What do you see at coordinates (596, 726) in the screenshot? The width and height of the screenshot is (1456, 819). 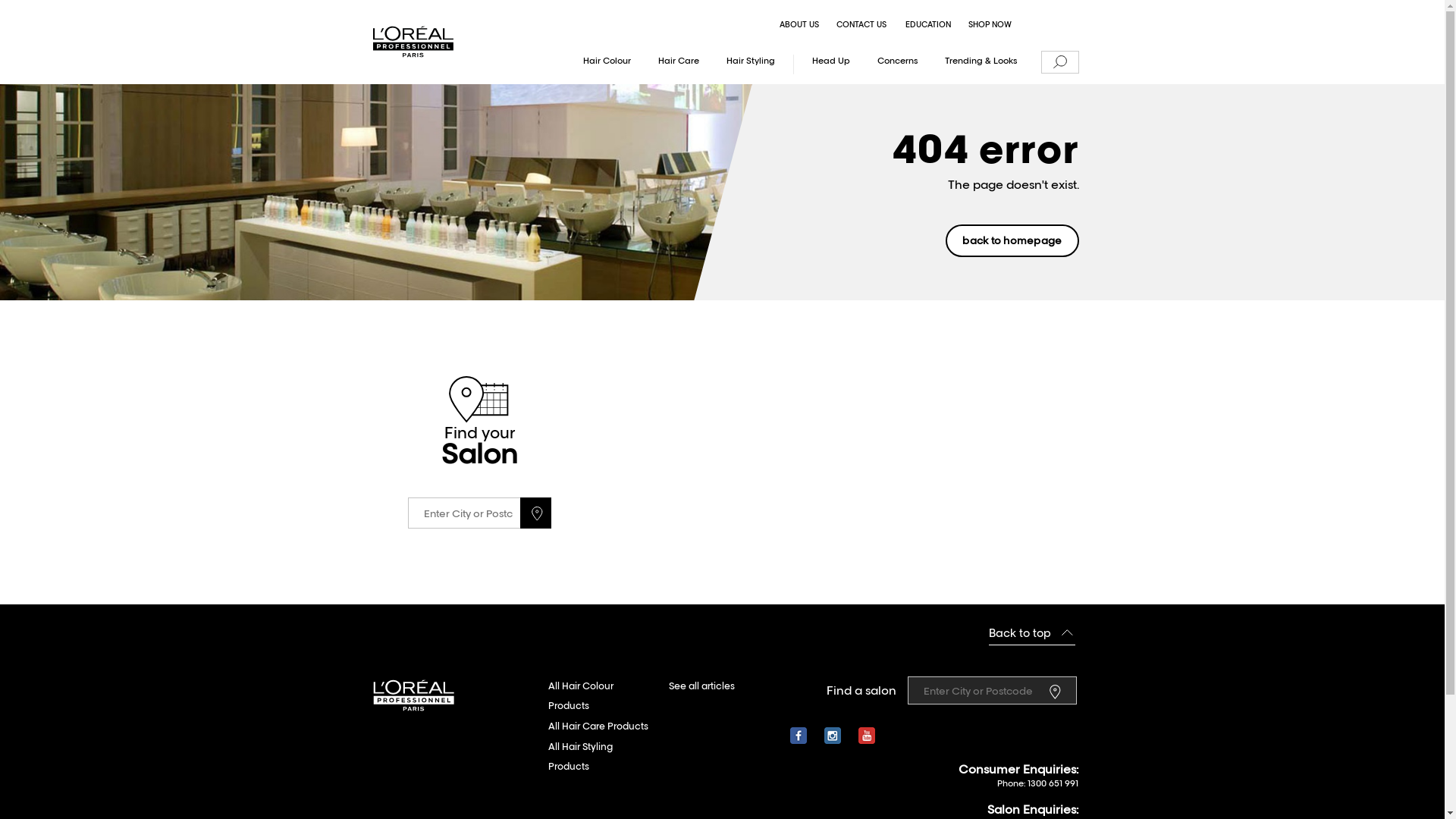 I see `'All Hair Care Products'` at bounding box center [596, 726].